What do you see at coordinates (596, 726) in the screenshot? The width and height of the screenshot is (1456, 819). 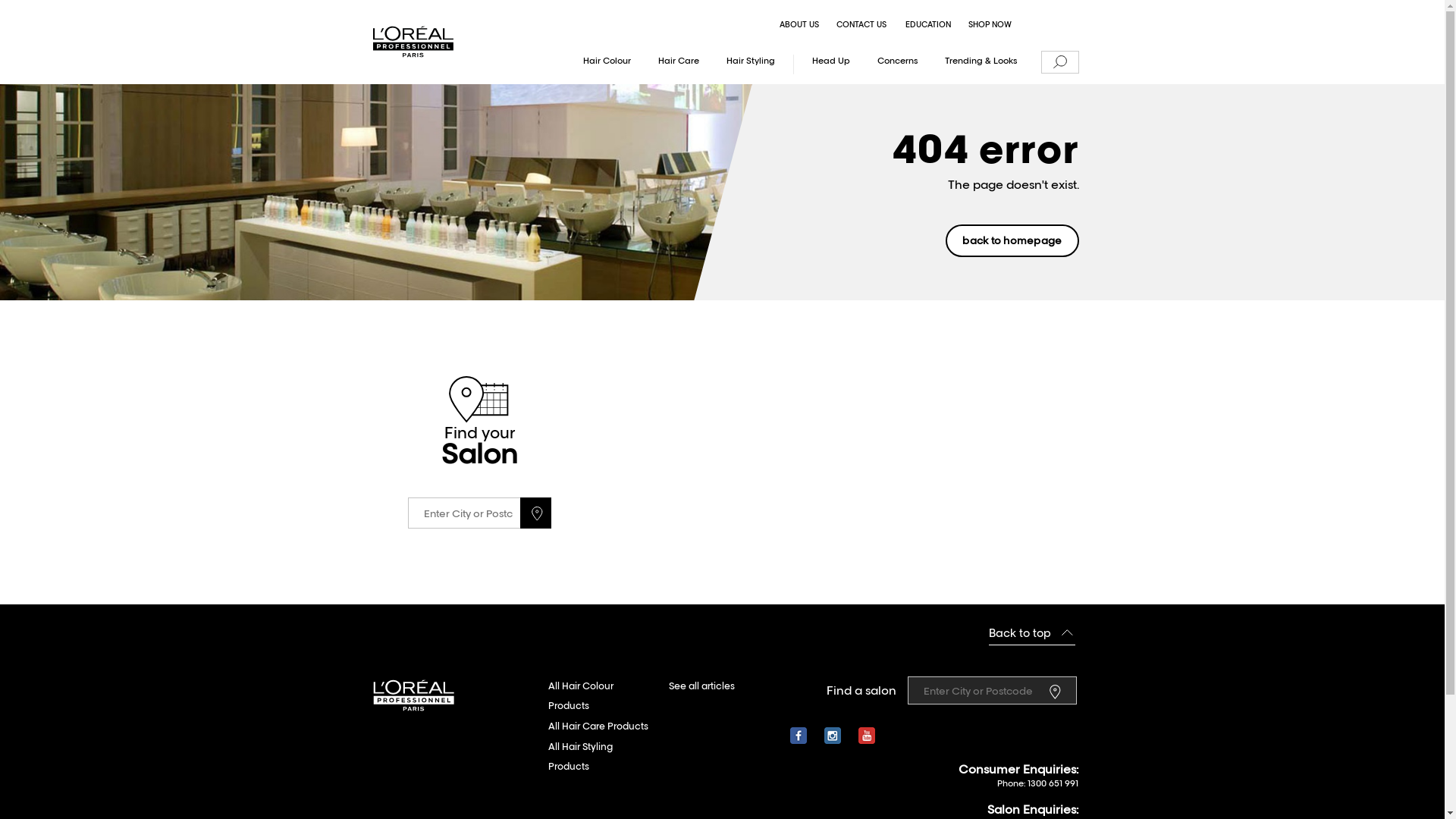 I see `'All Hair Care Products'` at bounding box center [596, 726].